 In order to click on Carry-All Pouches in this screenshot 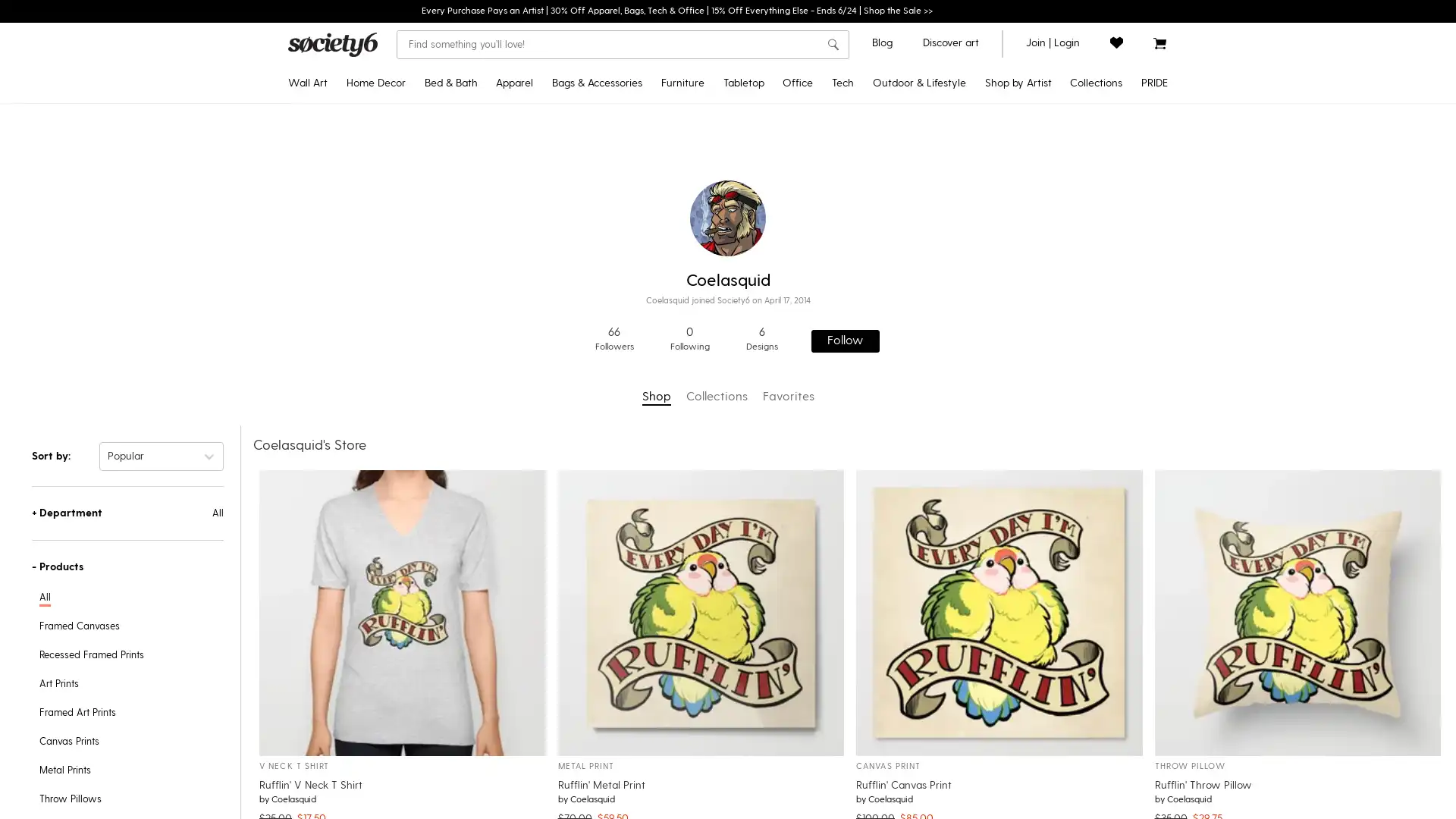, I will do `click(607, 146)`.